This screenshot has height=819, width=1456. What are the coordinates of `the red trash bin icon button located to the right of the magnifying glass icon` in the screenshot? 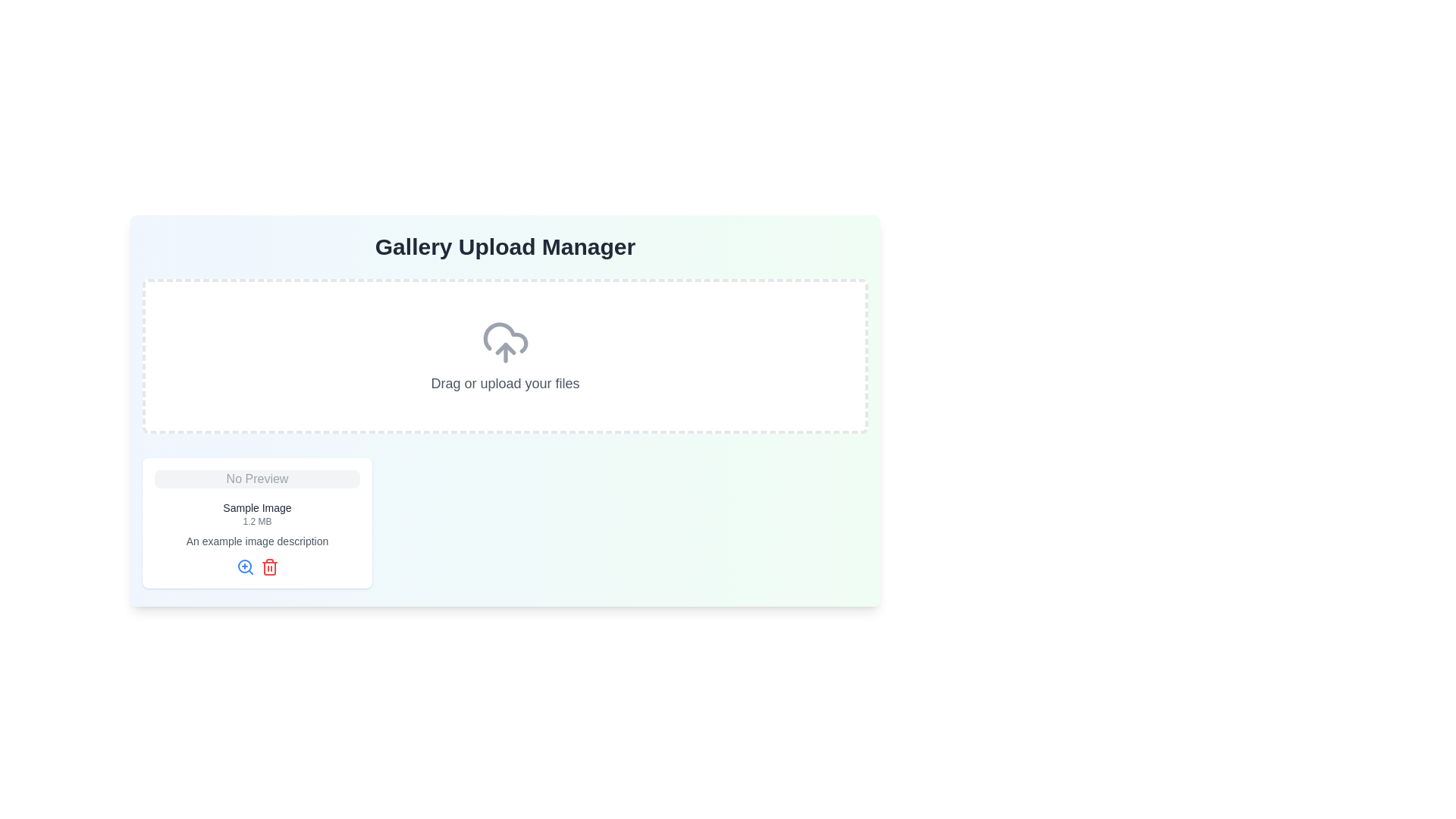 It's located at (269, 567).